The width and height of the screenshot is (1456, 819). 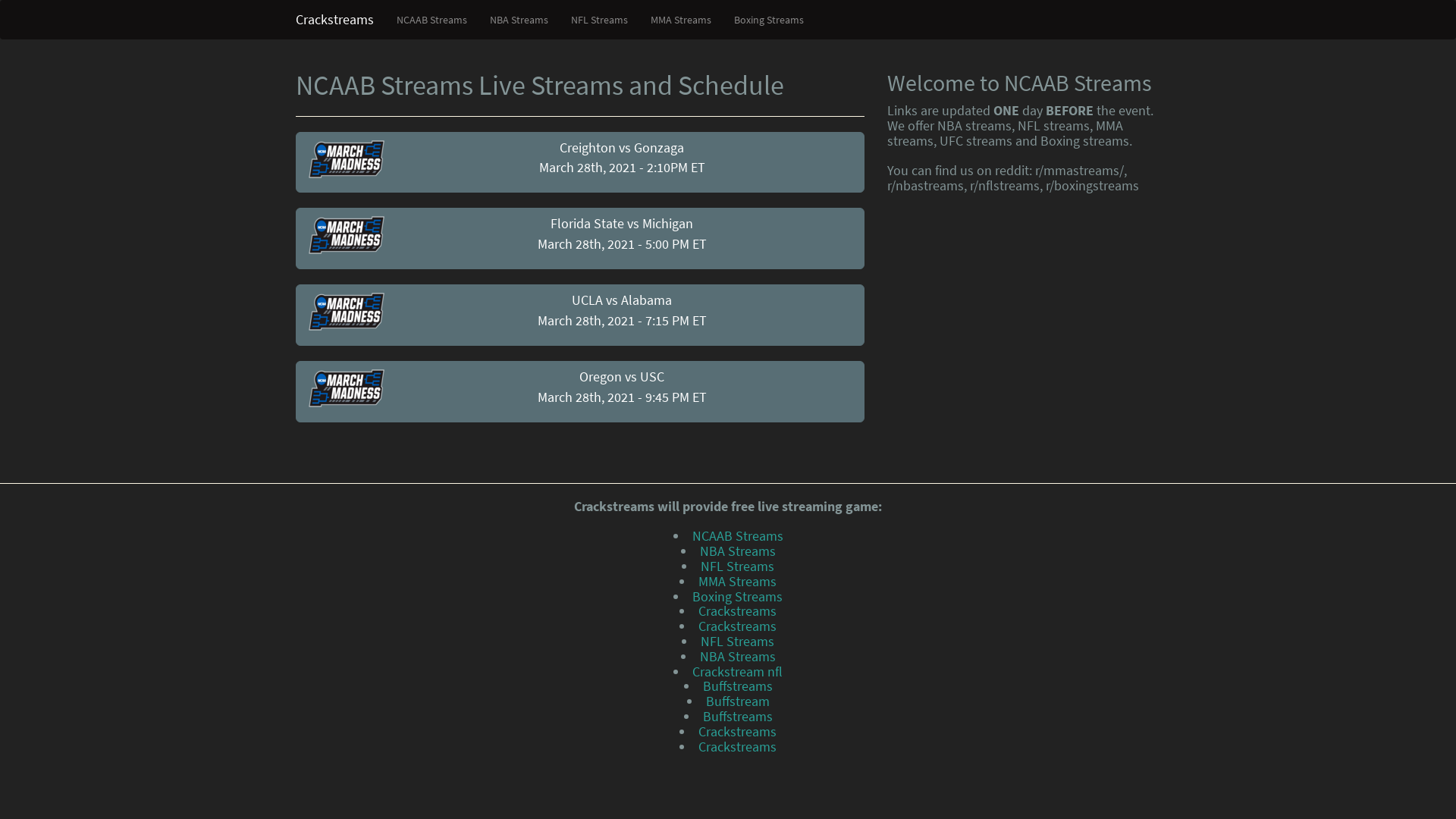 I want to click on 'NBA Streams', so click(x=737, y=655).